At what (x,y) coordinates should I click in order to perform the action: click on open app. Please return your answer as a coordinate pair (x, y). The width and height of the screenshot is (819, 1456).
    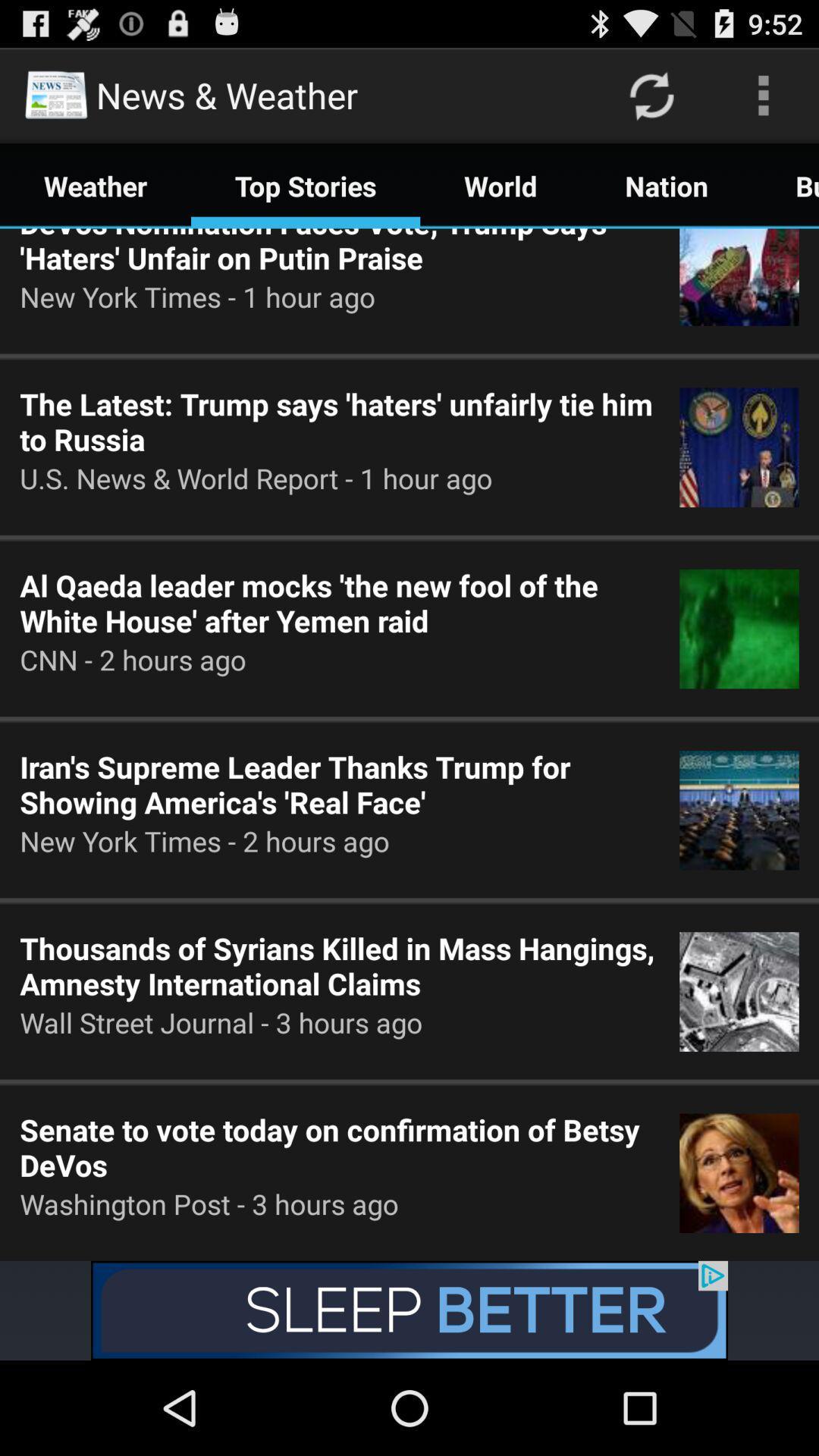
    Looking at the image, I should click on (409, 1310).